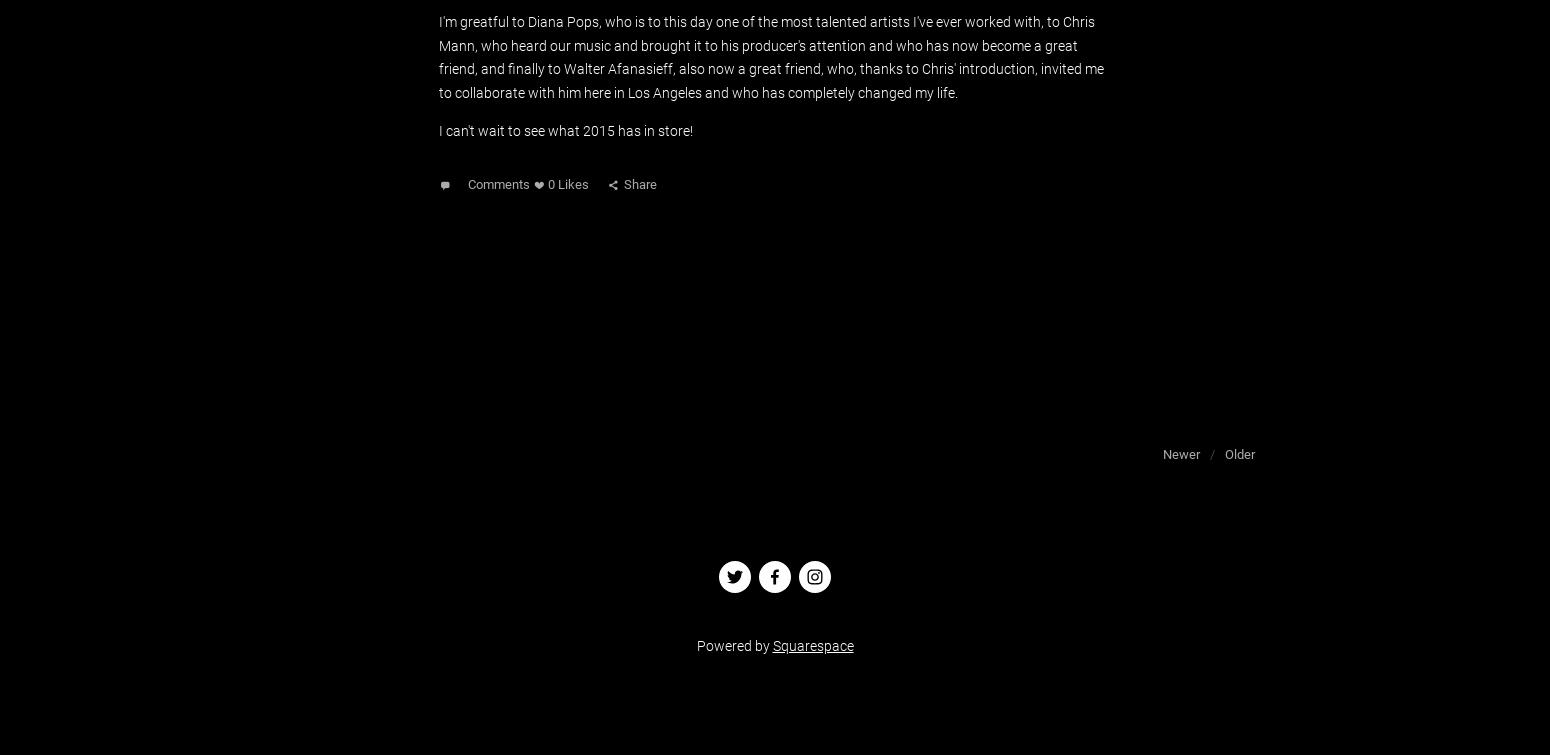 The width and height of the screenshot is (1550, 755). I want to click on ', who is to this day one of the most talented', so click(734, 20).